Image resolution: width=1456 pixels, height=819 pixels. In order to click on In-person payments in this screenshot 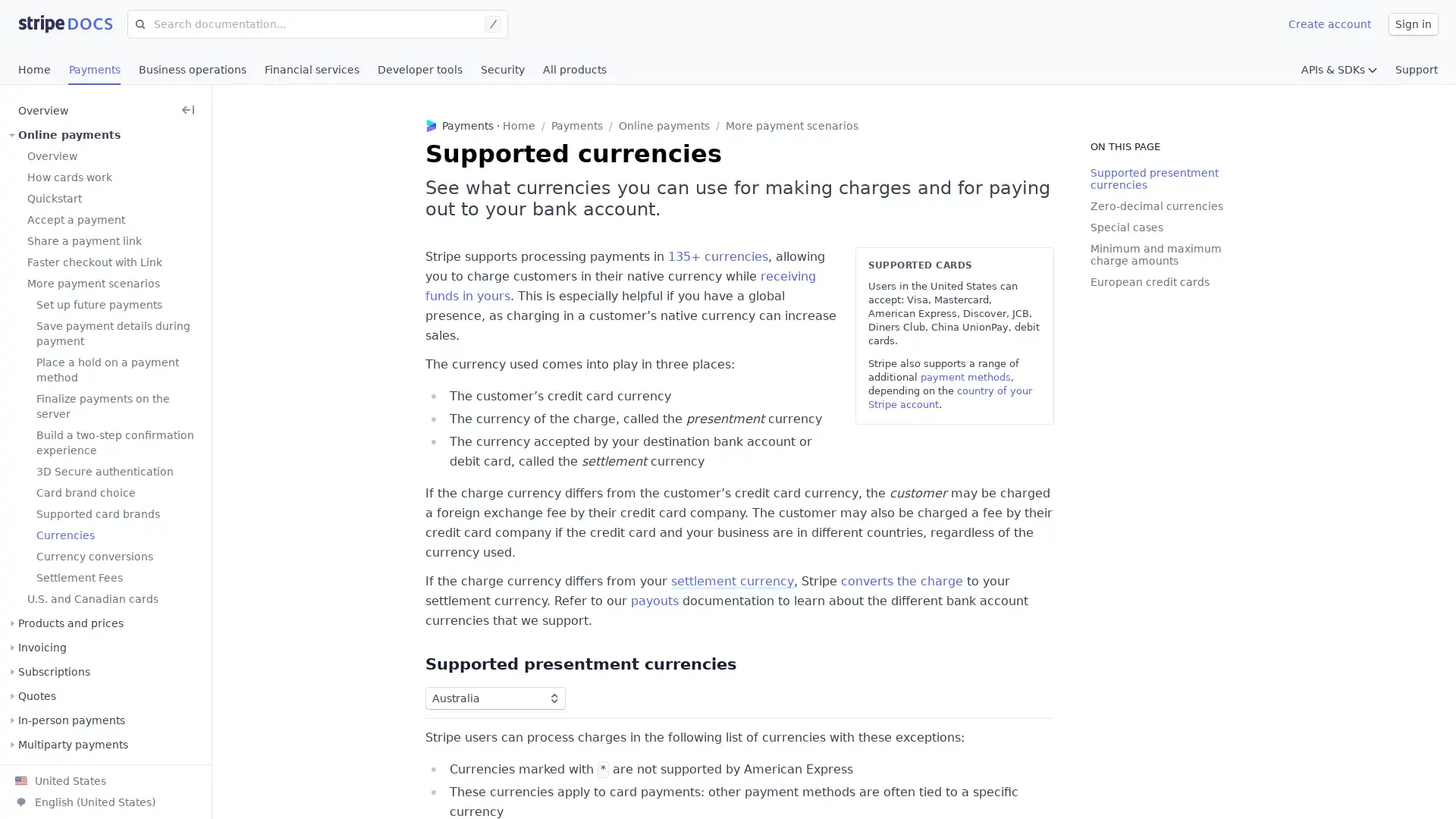, I will do `click(71, 719)`.